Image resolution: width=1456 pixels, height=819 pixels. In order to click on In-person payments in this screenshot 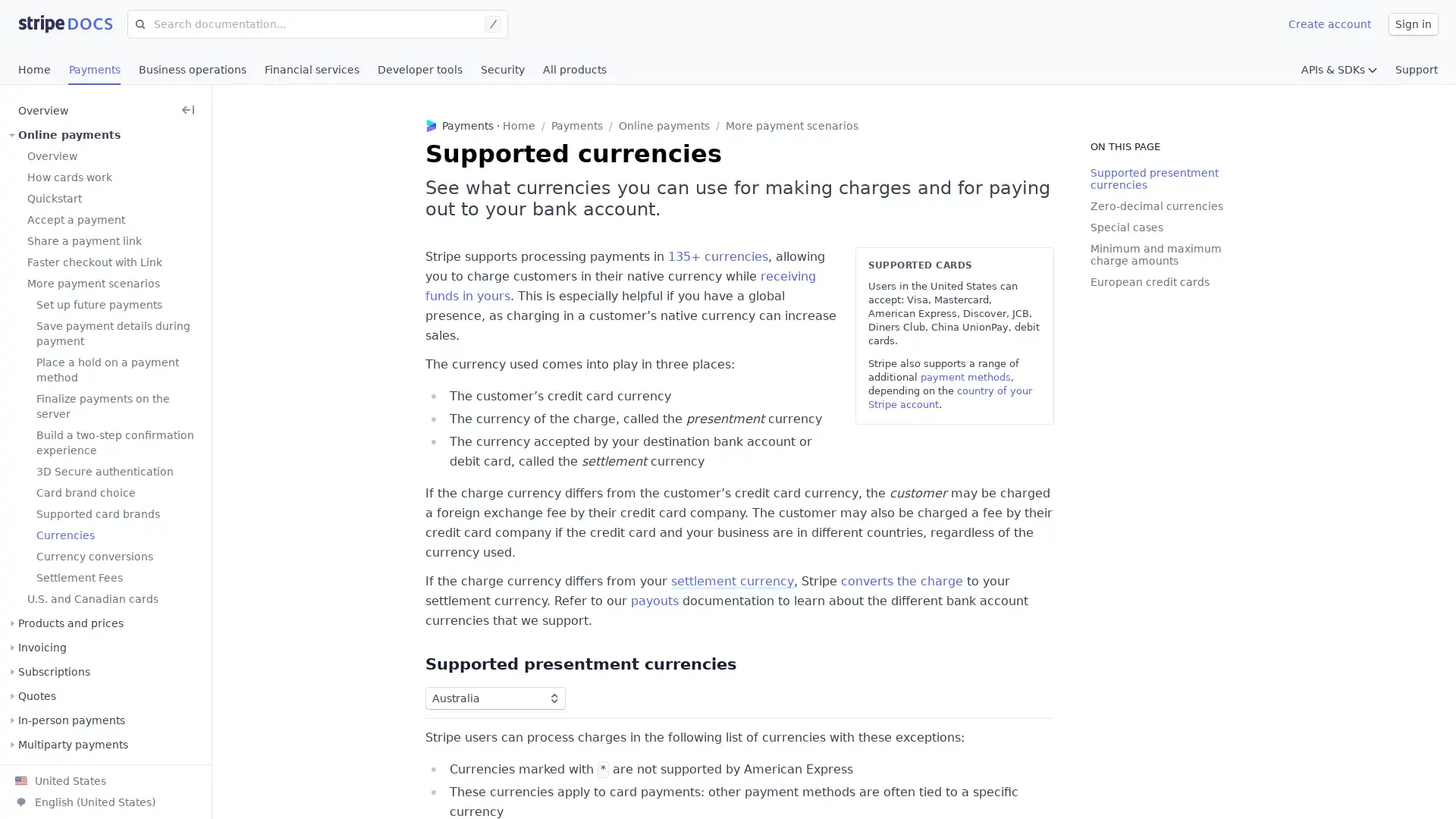, I will do `click(71, 719)`.